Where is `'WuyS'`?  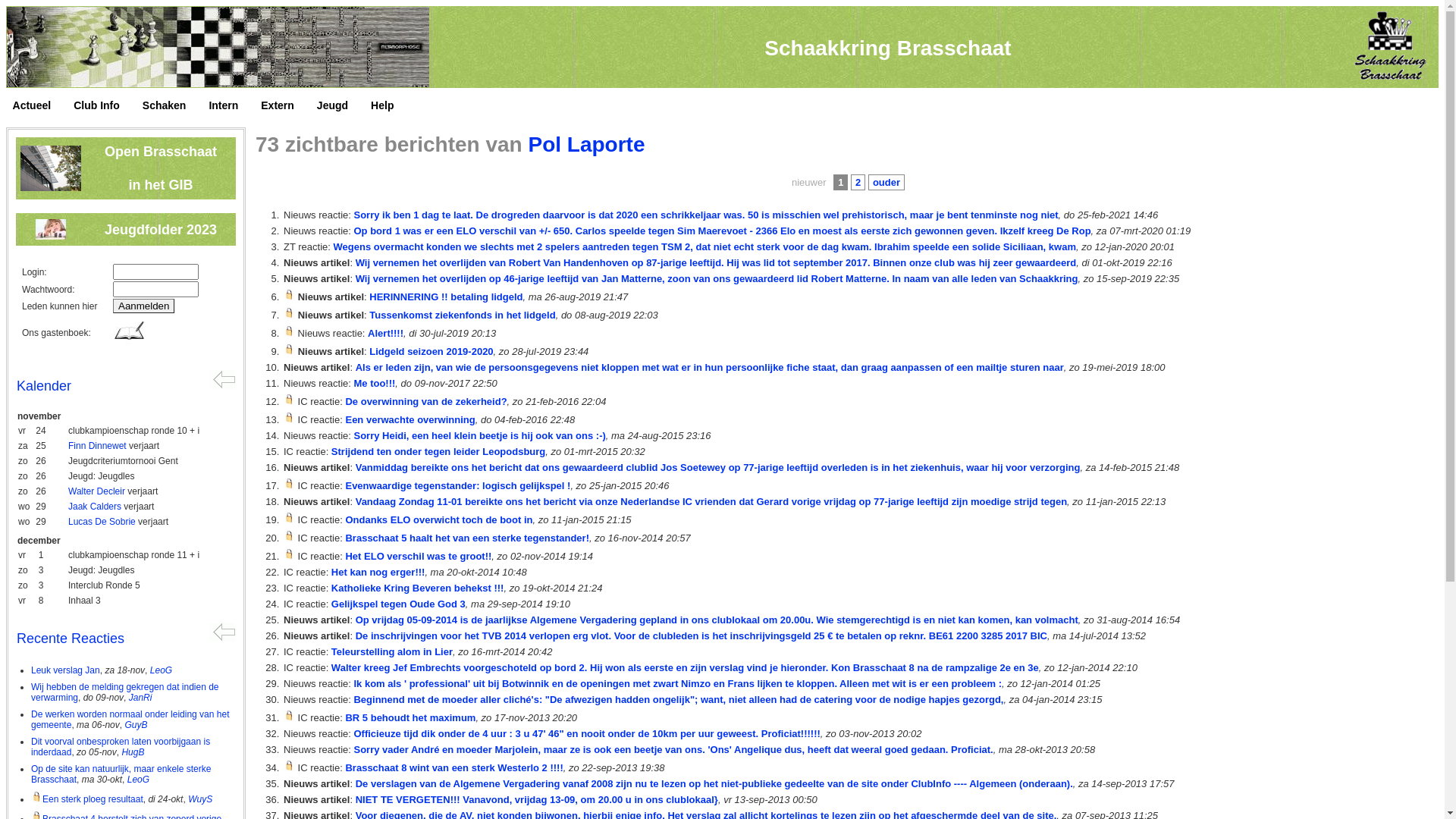
'WuyS' is located at coordinates (187, 798).